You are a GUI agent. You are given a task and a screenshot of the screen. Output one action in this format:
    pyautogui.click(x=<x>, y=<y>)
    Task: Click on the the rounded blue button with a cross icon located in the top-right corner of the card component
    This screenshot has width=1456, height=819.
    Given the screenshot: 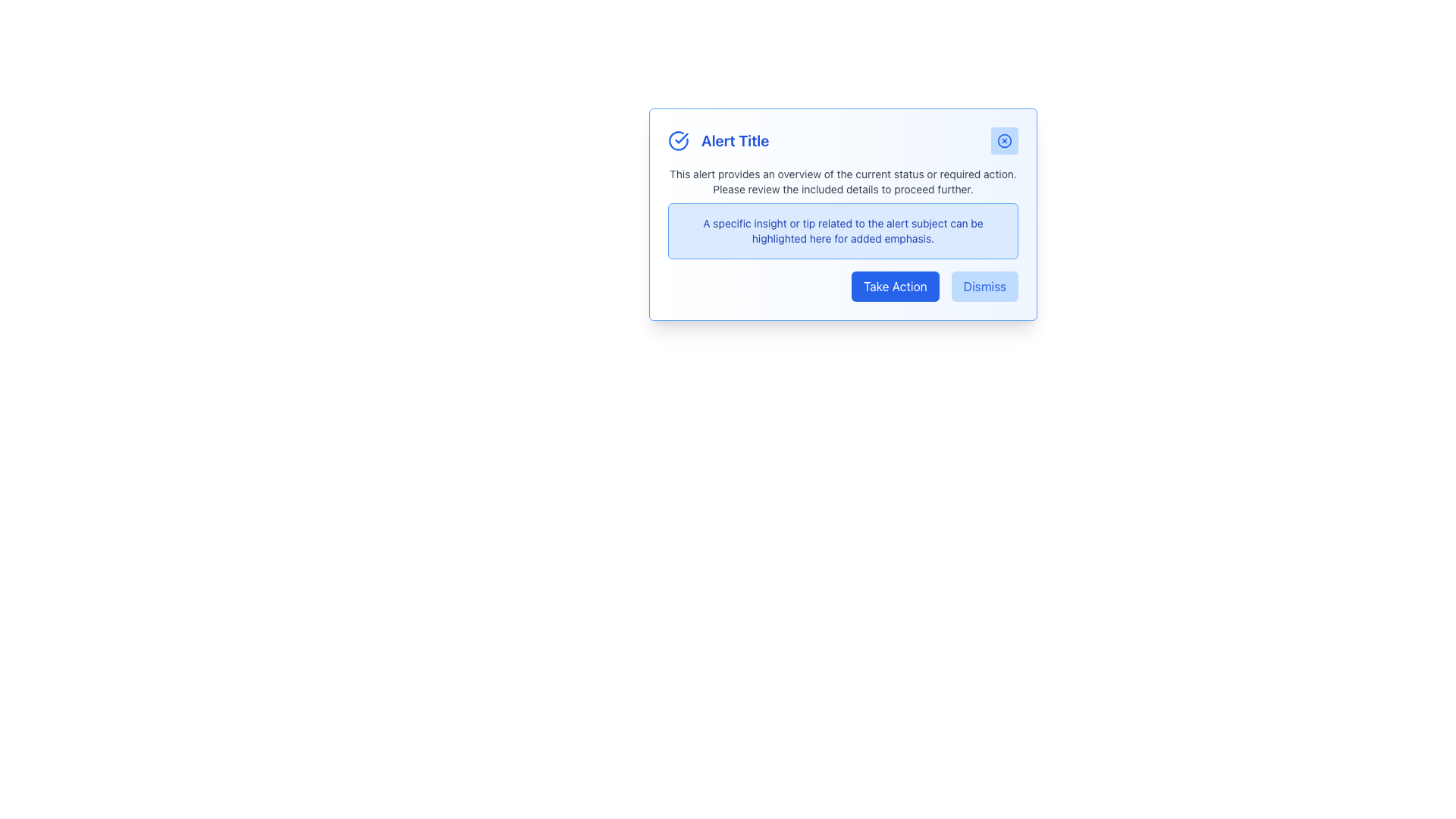 What is the action you would take?
    pyautogui.click(x=1004, y=140)
    